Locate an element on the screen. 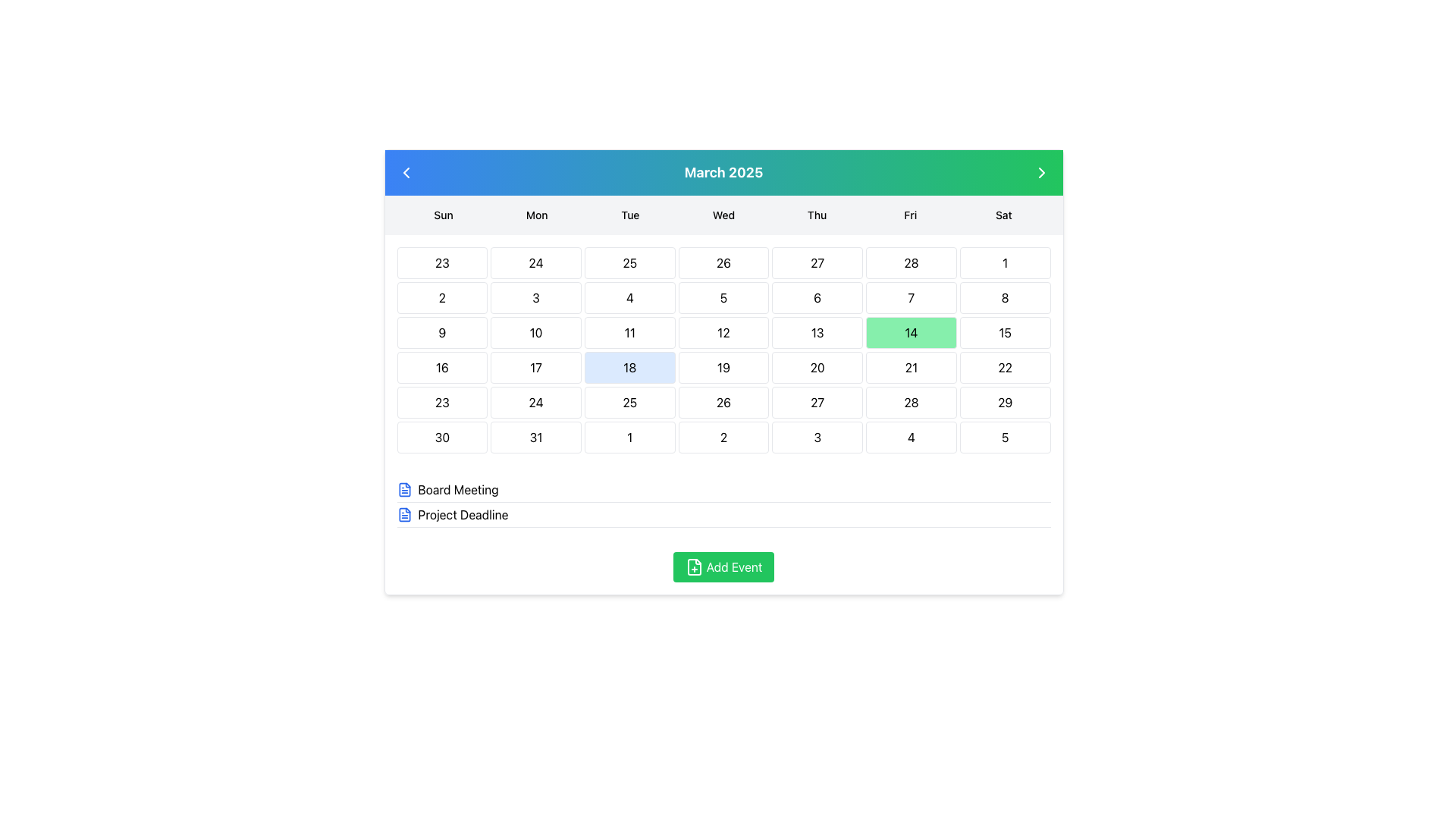  the interactive calendar date box displaying the number '12' is located at coordinates (723, 332).